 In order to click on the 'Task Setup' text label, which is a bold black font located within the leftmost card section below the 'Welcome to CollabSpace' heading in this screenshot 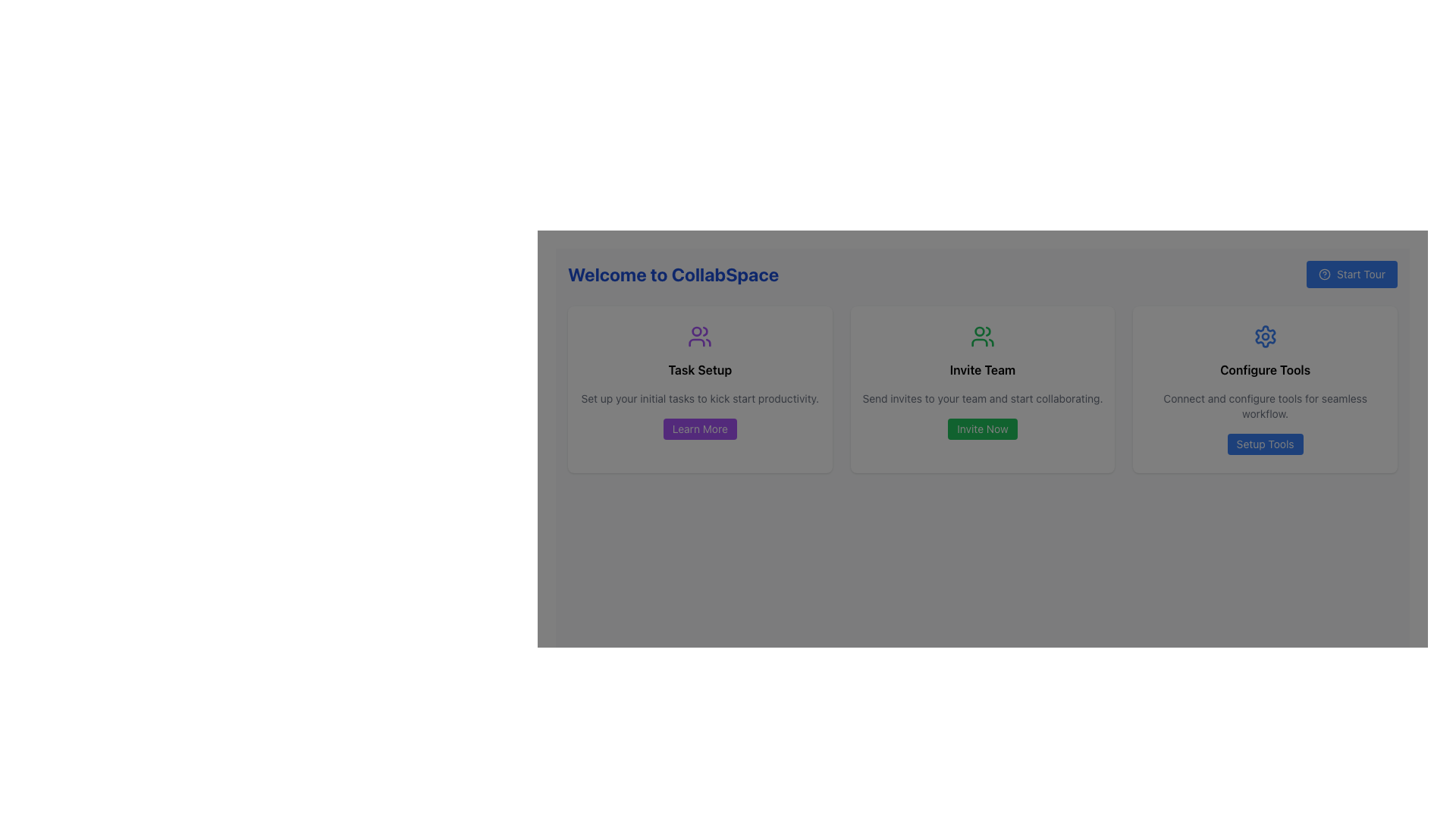, I will do `click(699, 370)`.